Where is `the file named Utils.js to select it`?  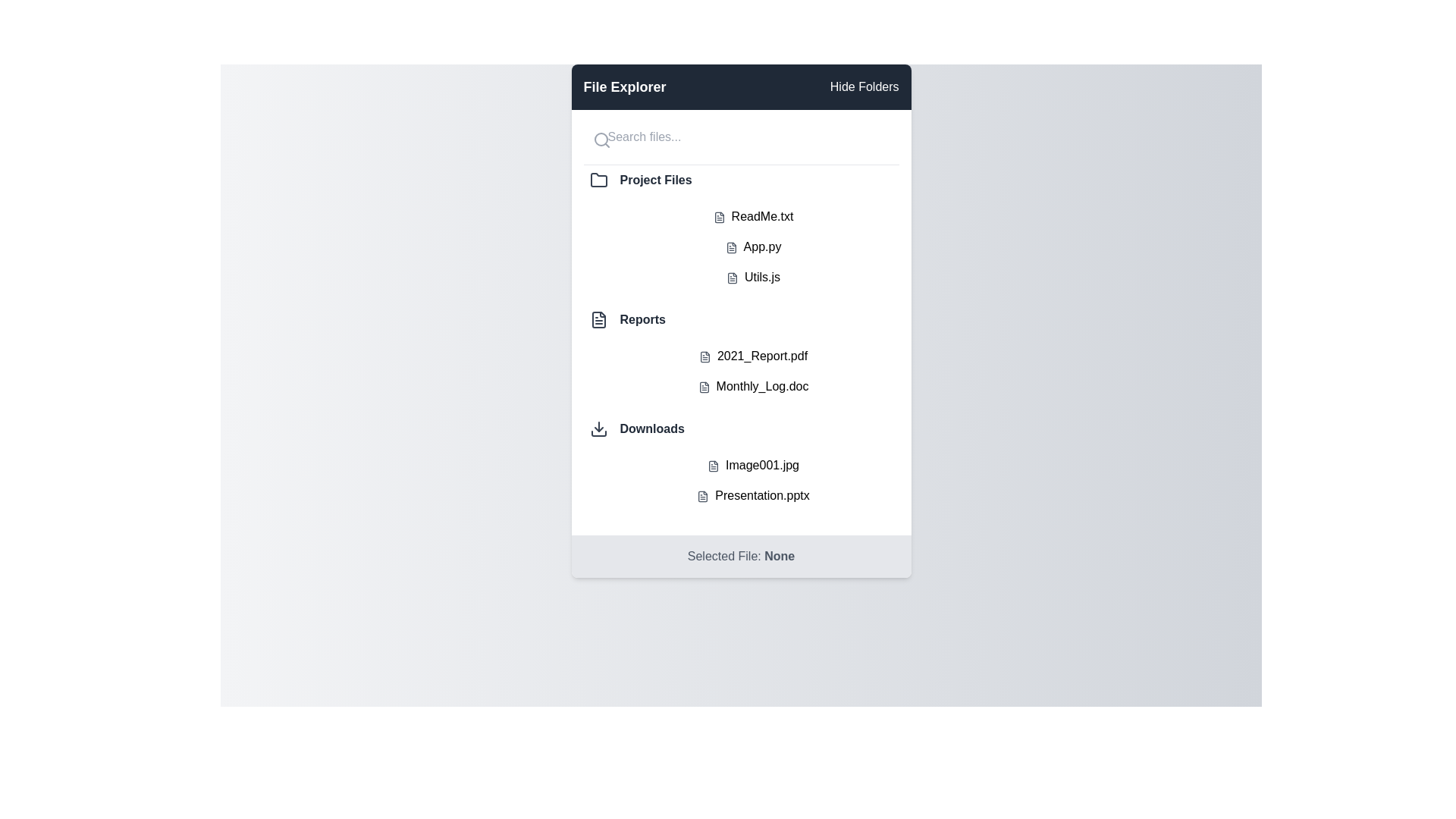 the file named Utils.js to select it is located at coordinates (753, 278).